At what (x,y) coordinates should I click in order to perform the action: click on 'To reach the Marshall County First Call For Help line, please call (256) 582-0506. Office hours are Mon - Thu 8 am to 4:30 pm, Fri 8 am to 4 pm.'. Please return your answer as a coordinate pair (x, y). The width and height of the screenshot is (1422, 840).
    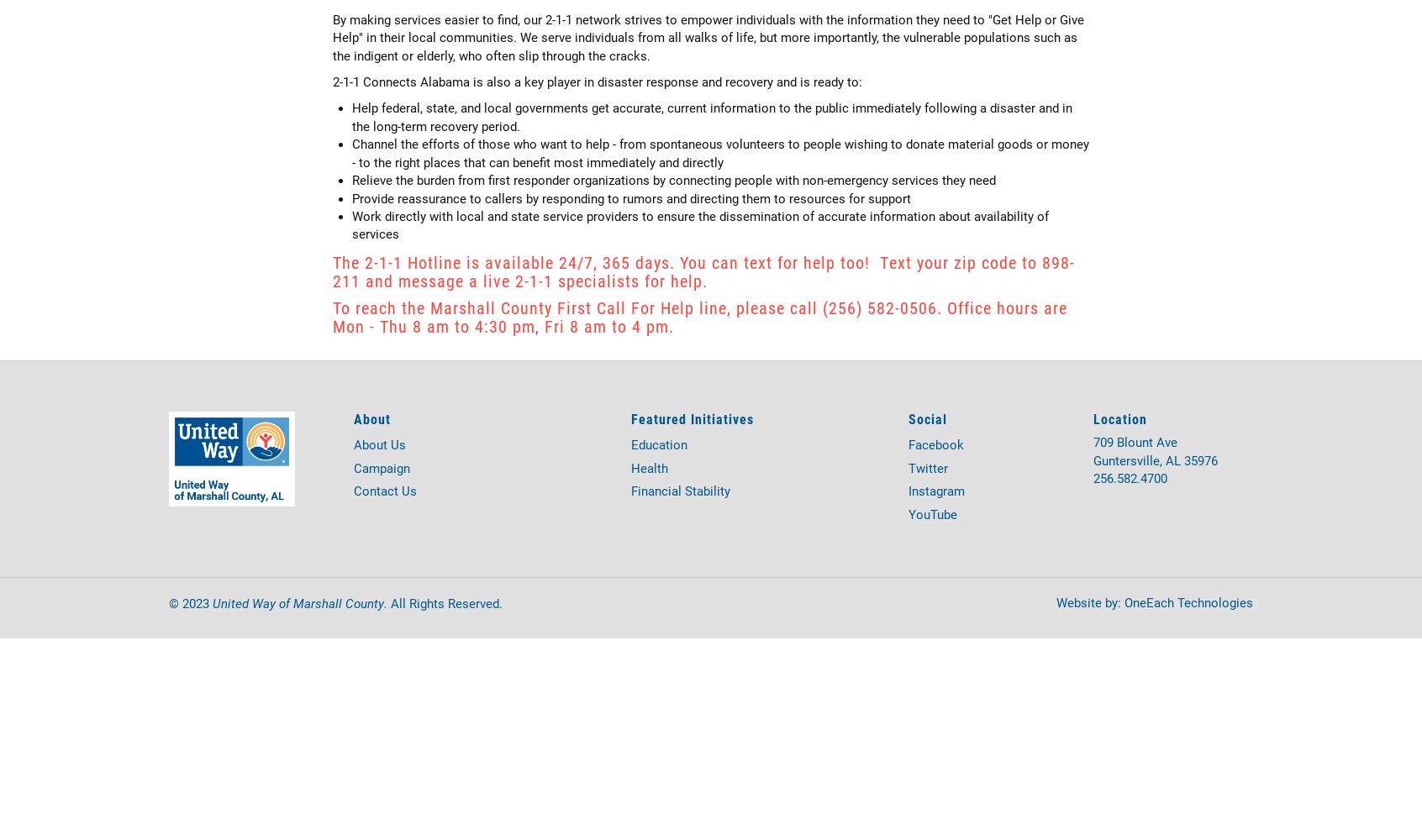
    Looking at the image, I should click on (699, 316).